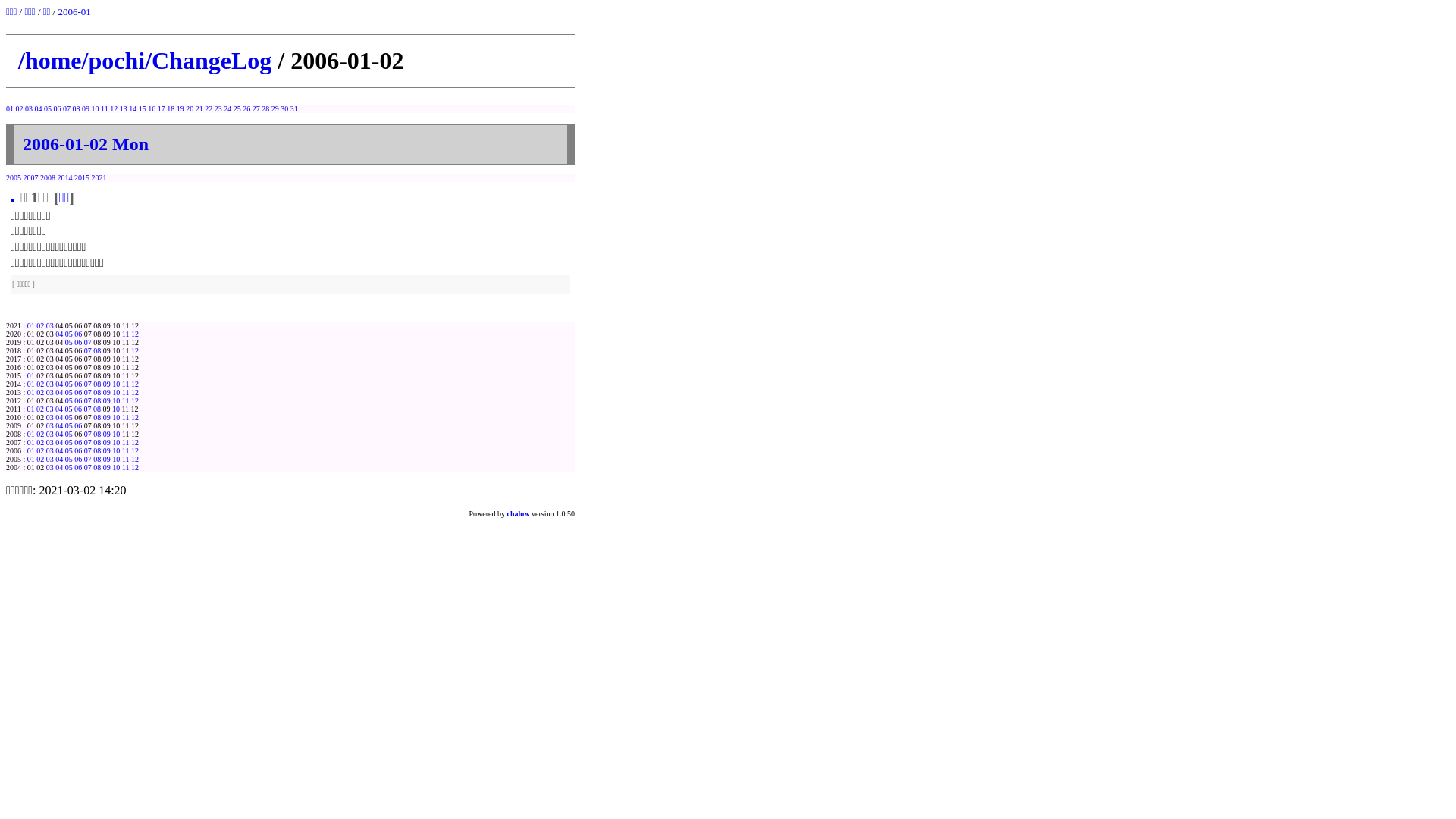 This screenshot has width=1456, height=819. What do you see at coordinates (96, 442) in the screenshot?
I see `'08'` at bounding box center [96, 442].